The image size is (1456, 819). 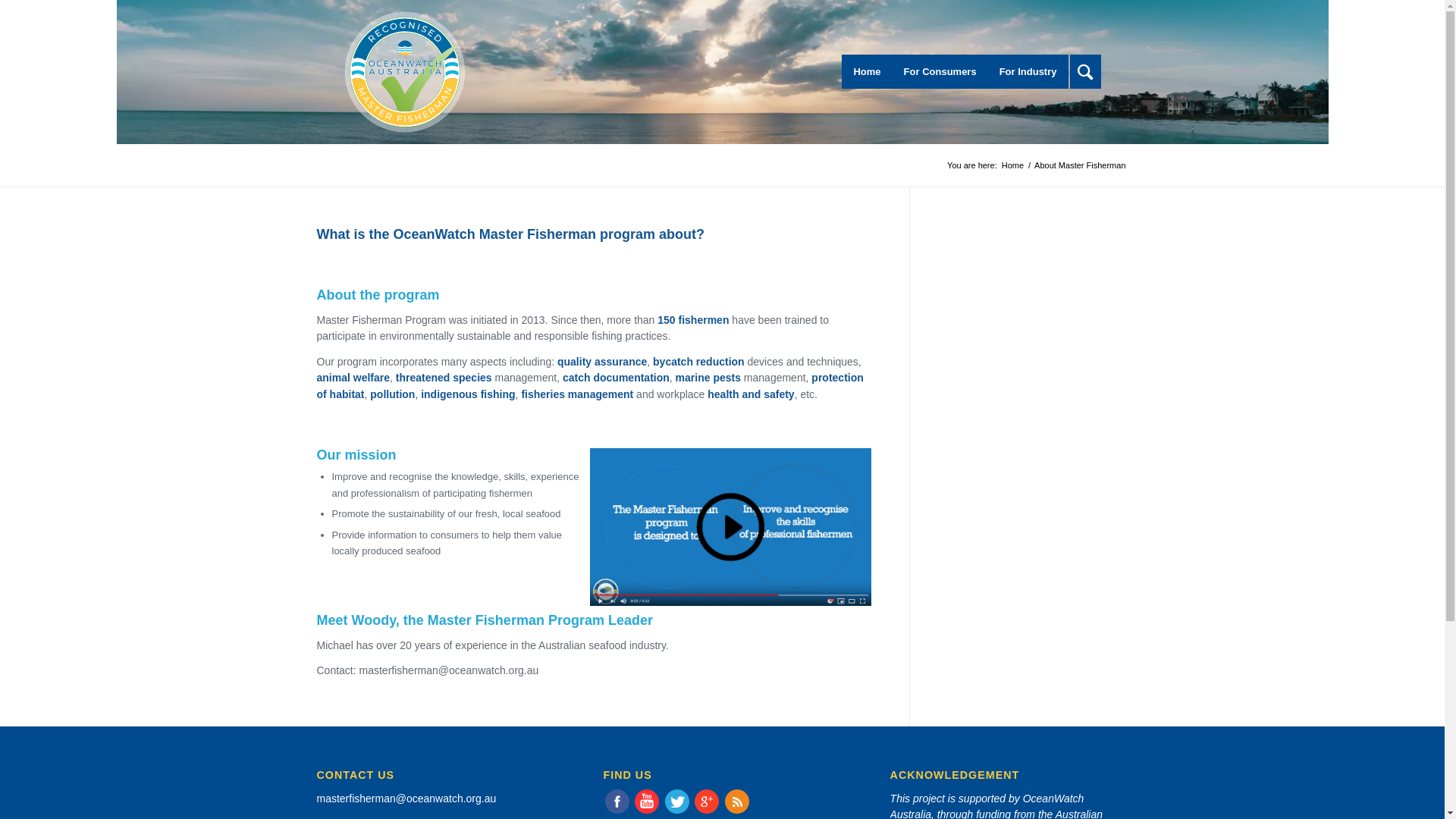 I want to click on 'Twitter', so click(x=676, y=800).